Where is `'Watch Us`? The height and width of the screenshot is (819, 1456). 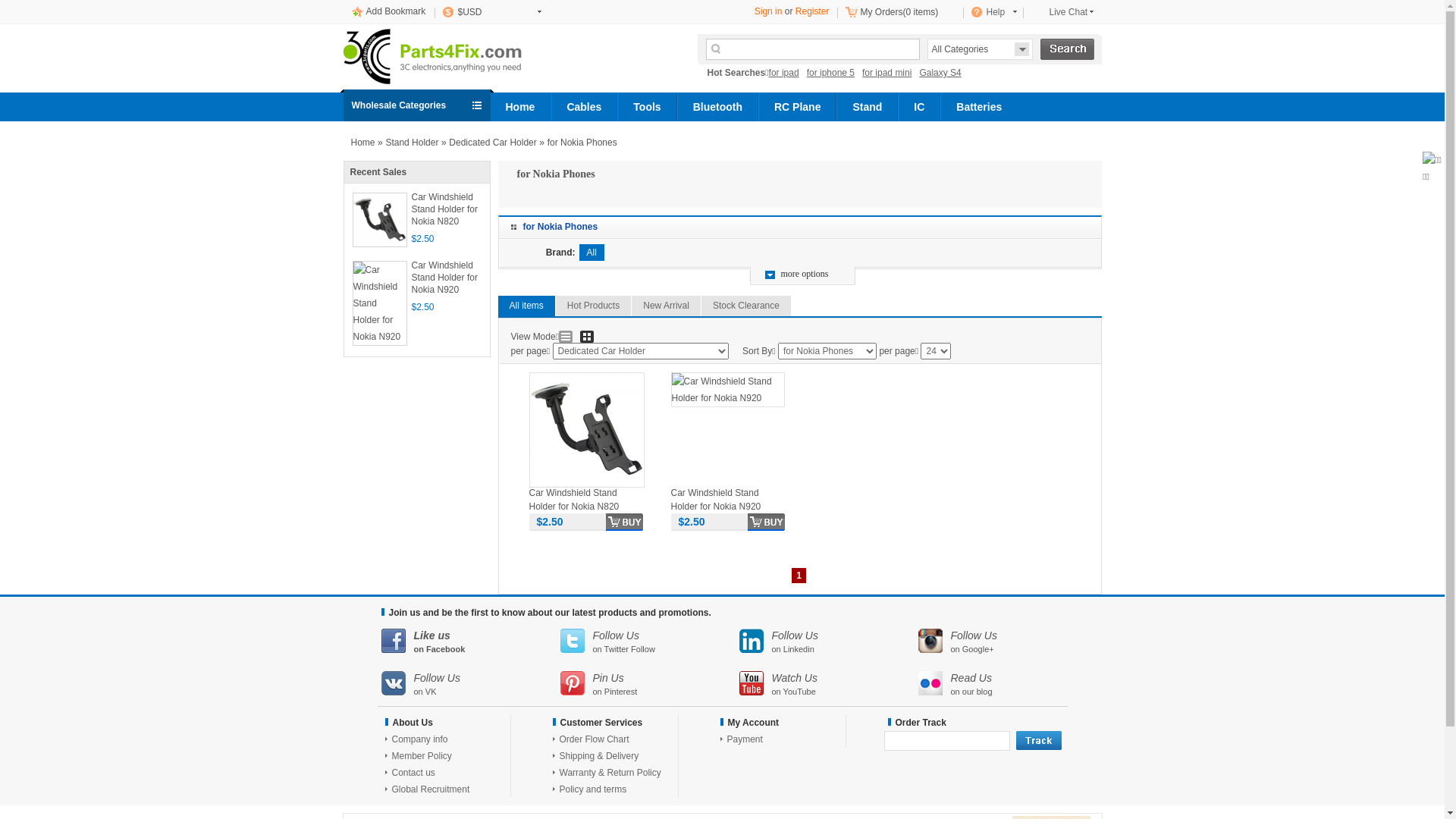
'Watch Us is located at coordinates (827, 683).